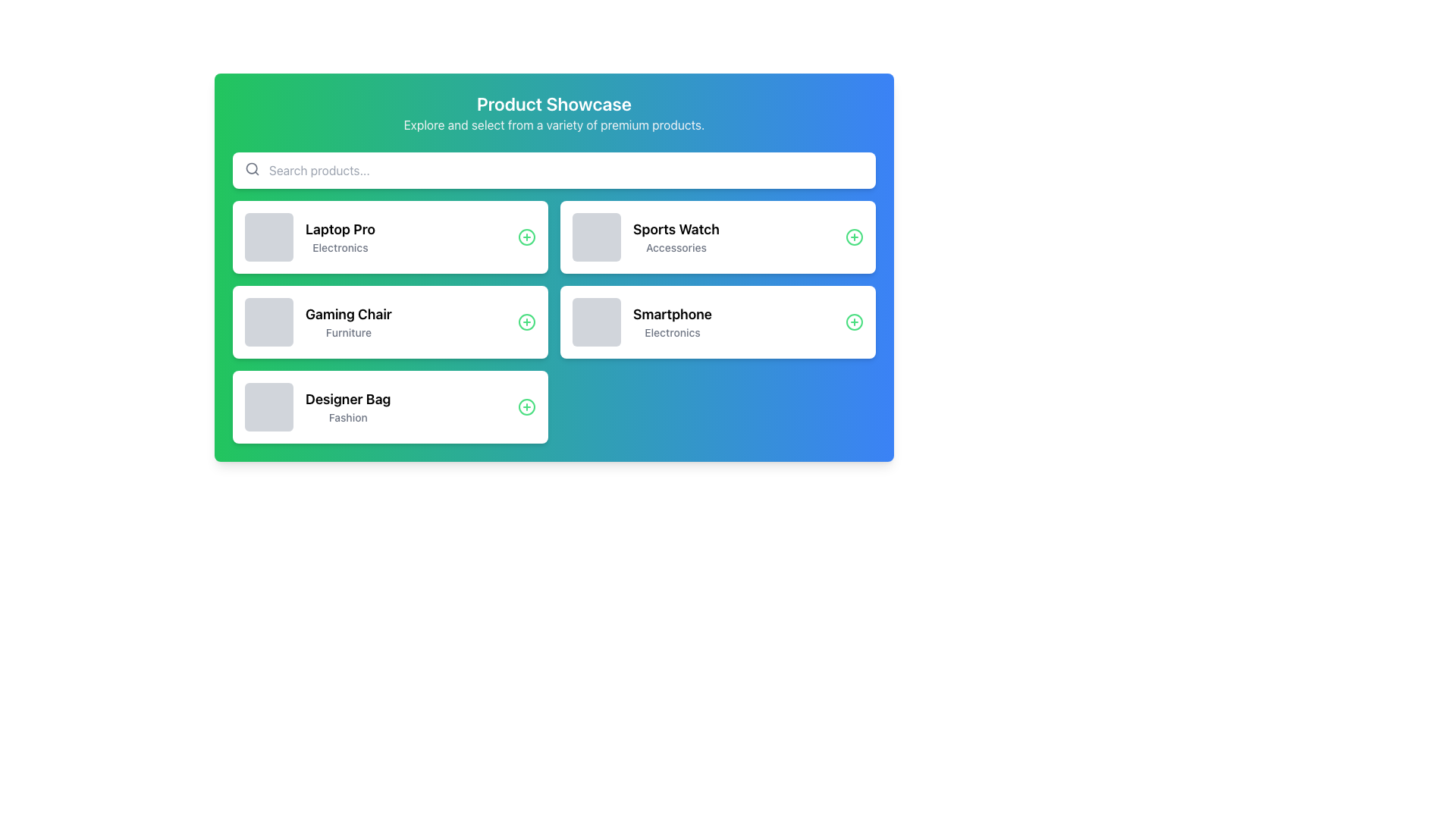 The width and height of the screenshot is (1456, 819). Describe the element at coordinates (347, 399) in the screenshot. I see `the content of the Text label that serves as a descriptive title for a specific product item, located above the text 'Fashion' in the third item of the vertical list on the left side` at that location.